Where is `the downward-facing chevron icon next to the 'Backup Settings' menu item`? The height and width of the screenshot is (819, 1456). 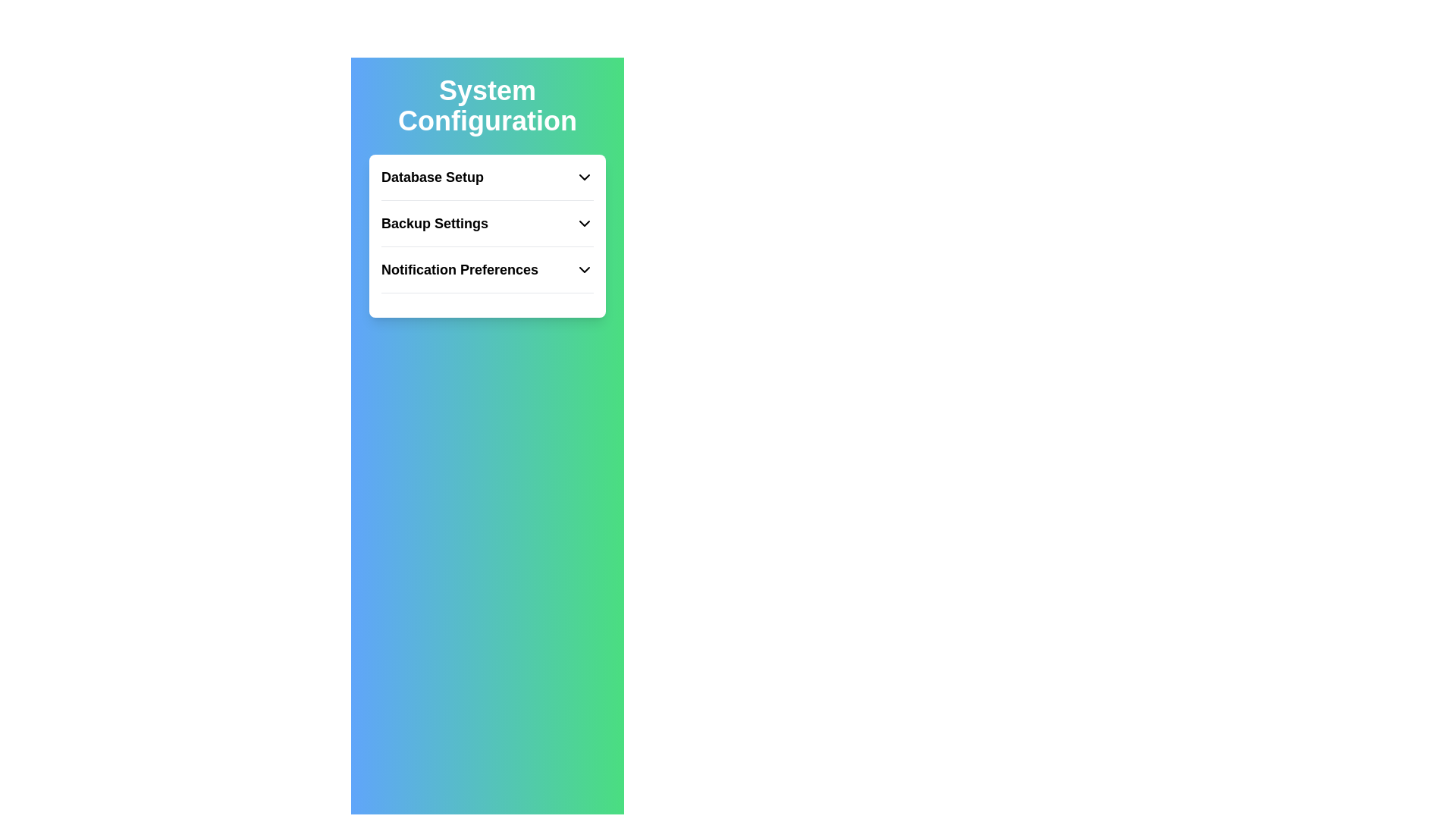
the downward-facing chevron icon next to the 'Backup Settings' menu item is located at coordinates (584, 223).